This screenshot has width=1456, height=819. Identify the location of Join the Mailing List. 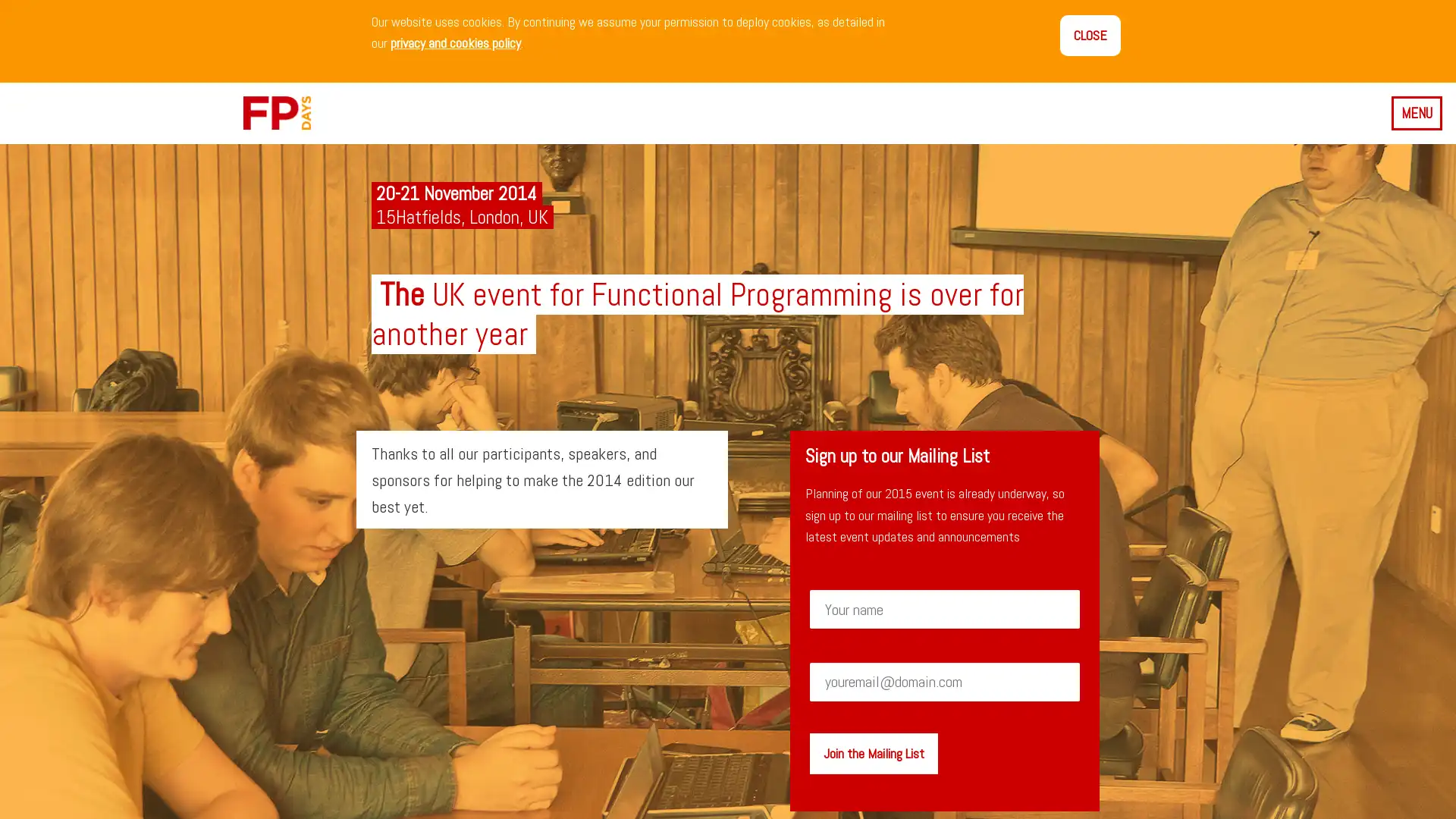
(873, 752).